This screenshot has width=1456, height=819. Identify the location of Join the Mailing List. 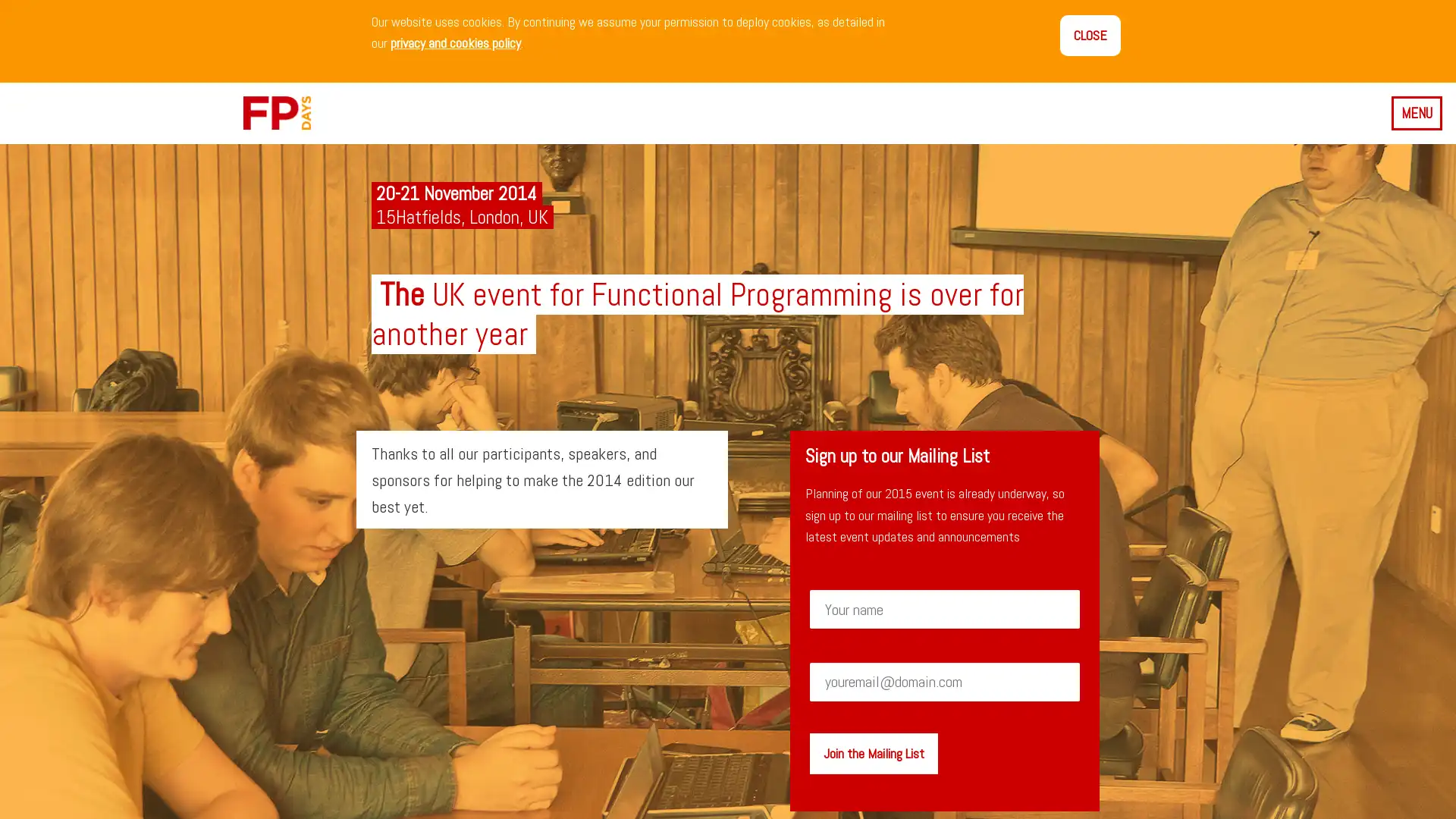
(873, 752).